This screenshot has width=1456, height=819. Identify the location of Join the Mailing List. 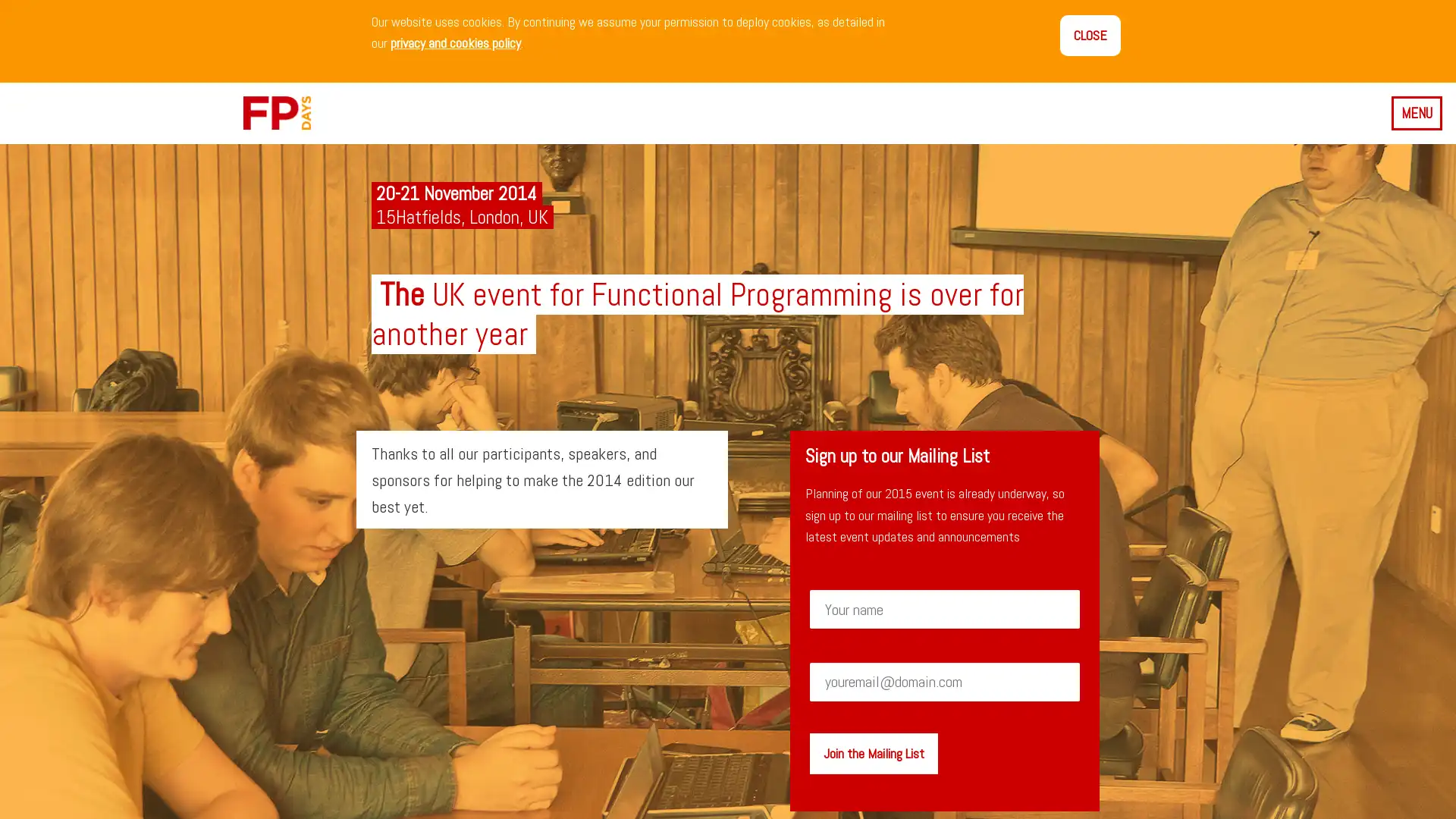
(873, 752).